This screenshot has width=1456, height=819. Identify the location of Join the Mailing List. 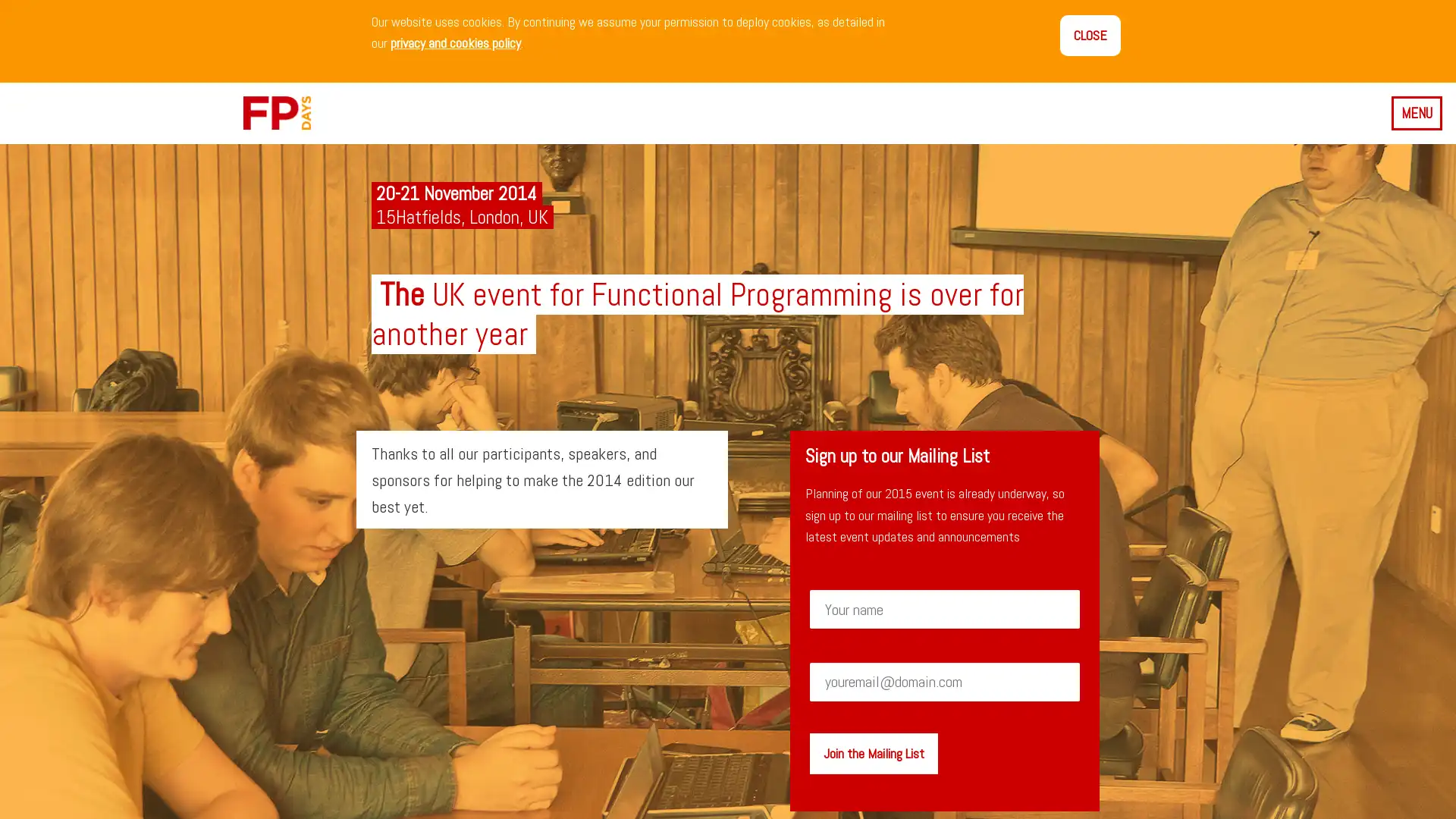
(873, 752).